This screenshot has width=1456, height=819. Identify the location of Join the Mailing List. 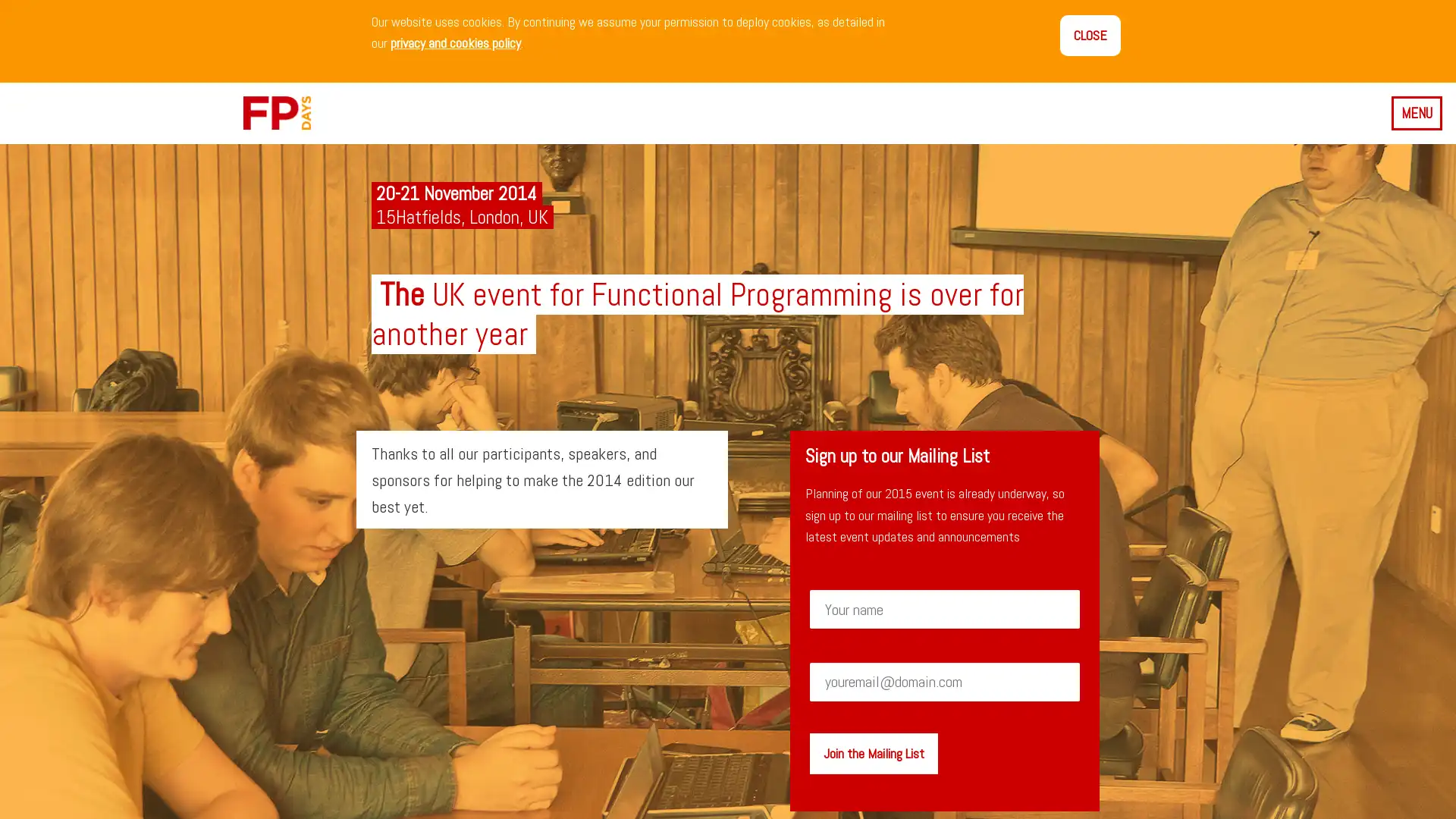
(873, 752).